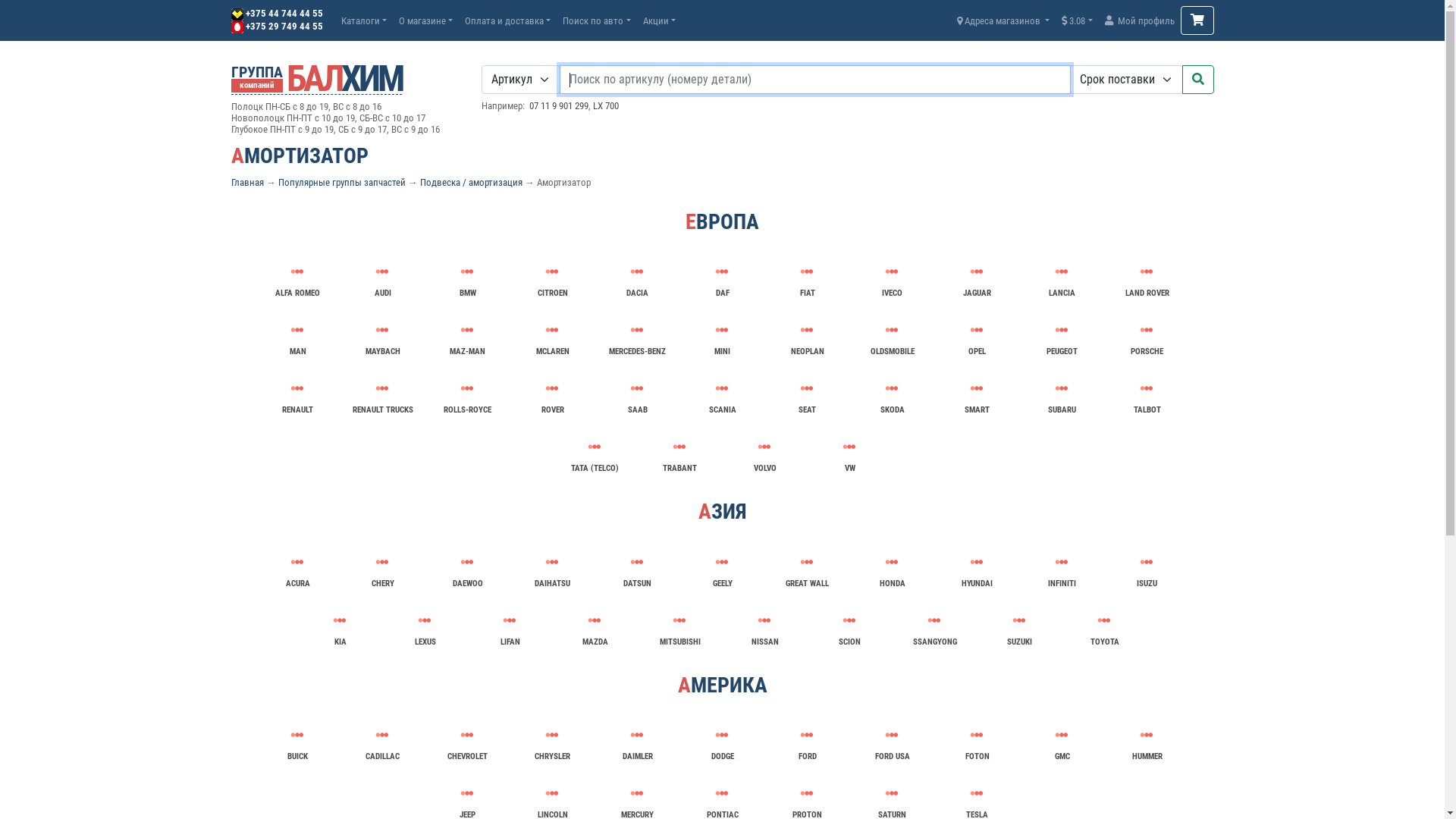 The image size is (1456, 819). I want to click on '3.08', so click(1055, 20).